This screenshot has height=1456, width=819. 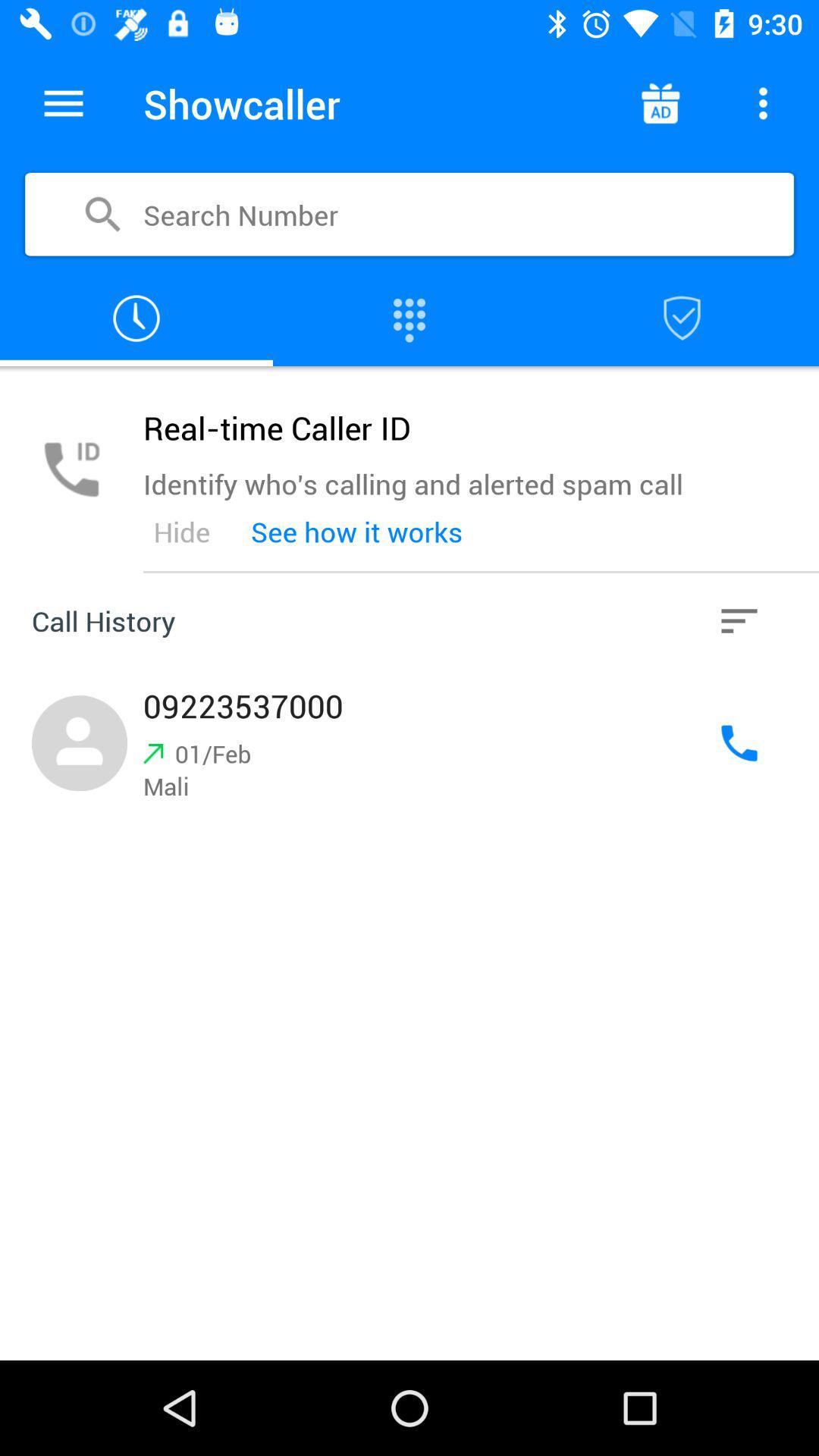 What do you see at coordinates (63, 102) in the screenshot?
I see `shows the menu drop down` at bounding box center [63, 102].